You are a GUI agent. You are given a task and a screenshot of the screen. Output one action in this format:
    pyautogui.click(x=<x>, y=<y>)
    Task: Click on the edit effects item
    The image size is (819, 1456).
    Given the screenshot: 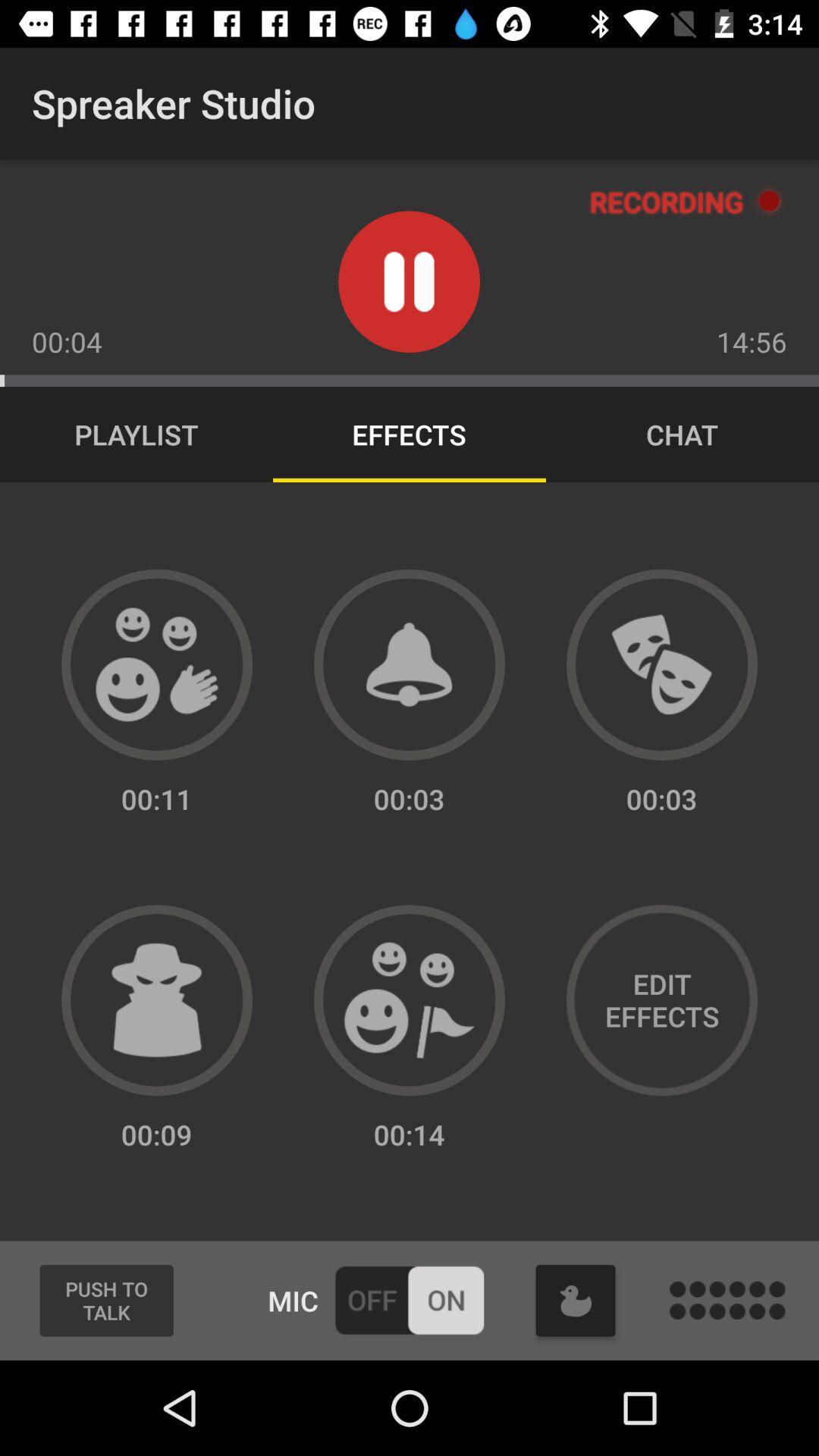 What is the action you would take?
    pyautogui.click(x=661, y=1000)
    